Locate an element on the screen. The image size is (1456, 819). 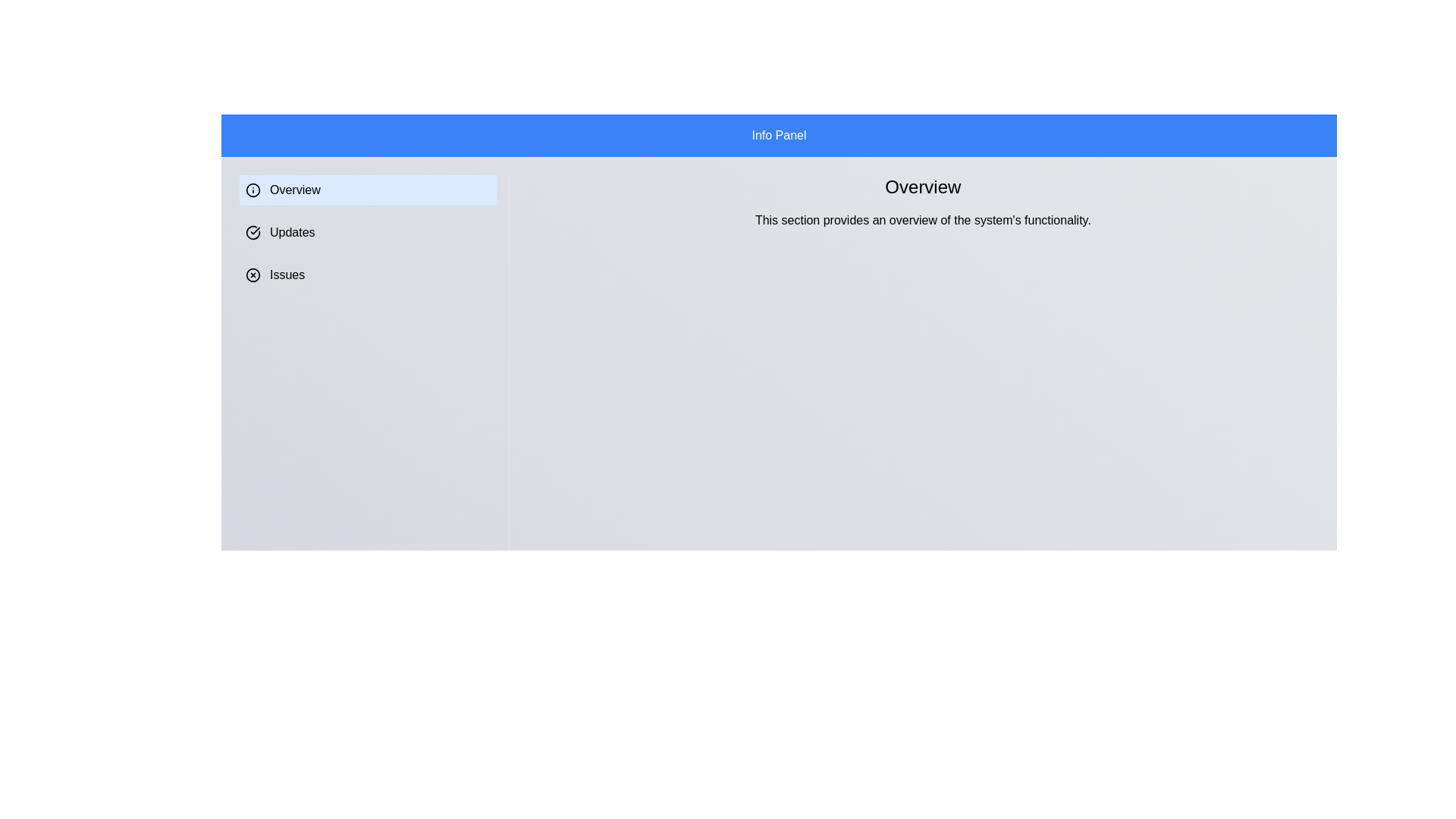
the icon for the Issues section is located at coordinates (253, 275).